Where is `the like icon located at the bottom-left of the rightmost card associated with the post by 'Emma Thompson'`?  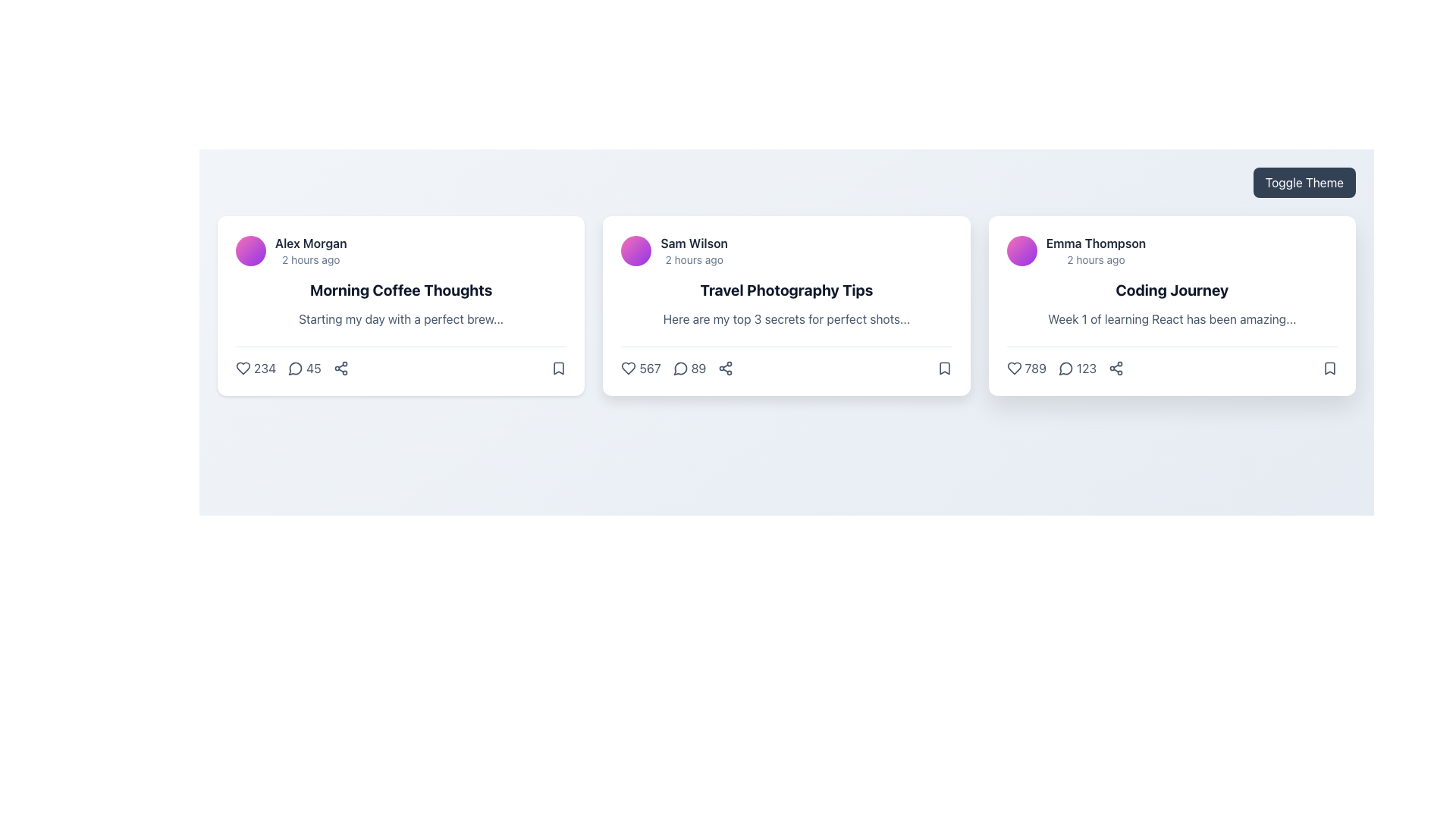 the like icon located at the bottom-left of the rightmost card associated with the post by 'Emma Thompson' is located at coordinates (1014, 369).